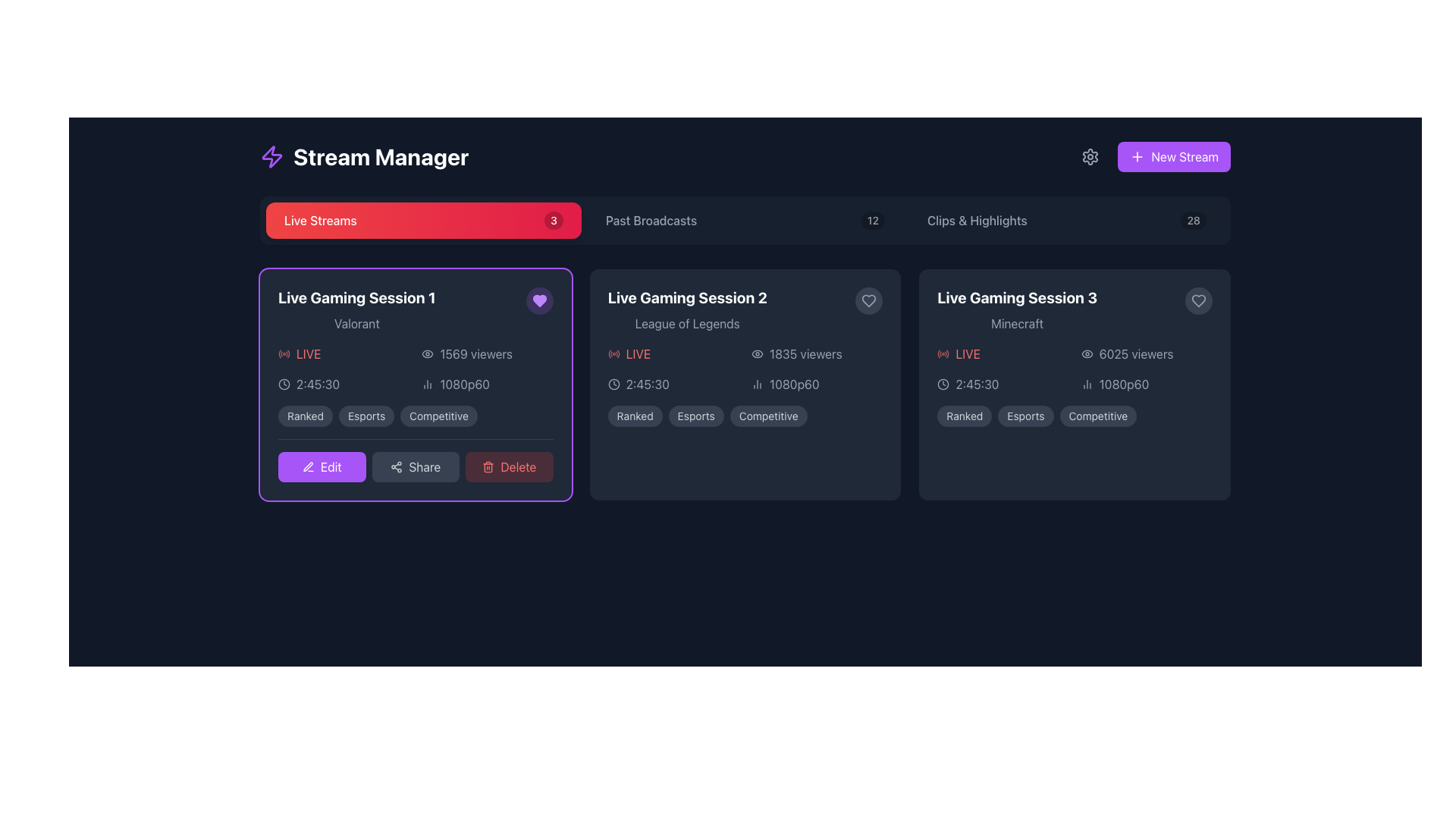 The width and height of the screenshot is (1456, 819). Describe the element at coordinates (317, 383) in the screenshot. I see `displayed total elapsed time of the live gaming session in the first card labeled 'Live Gaming Session 1', located to the right of the small clock icon and above the resolution indicator ('1080p60')` at that location.